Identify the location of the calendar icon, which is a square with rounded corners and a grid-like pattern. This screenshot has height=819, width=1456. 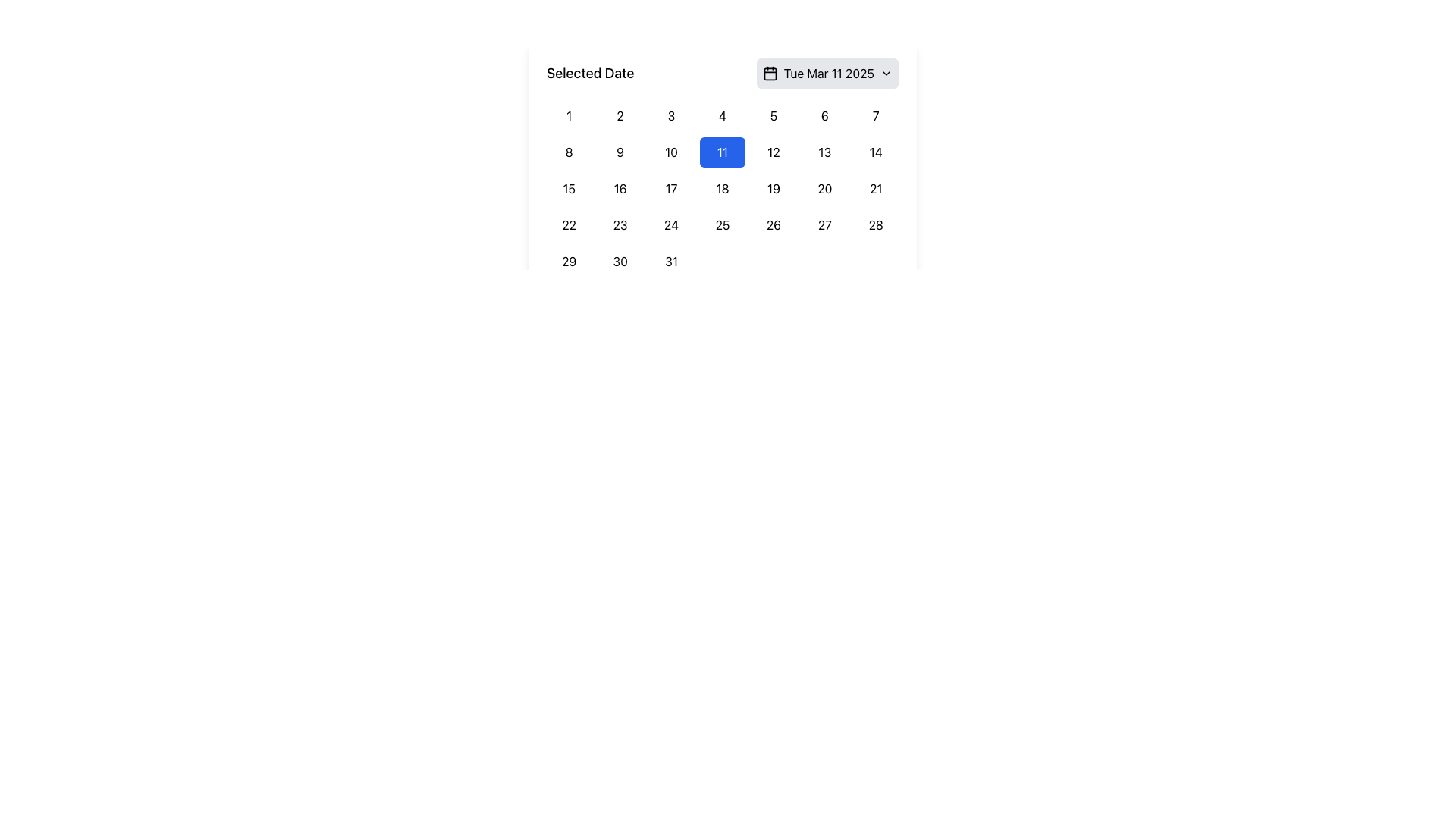
(770, 73).